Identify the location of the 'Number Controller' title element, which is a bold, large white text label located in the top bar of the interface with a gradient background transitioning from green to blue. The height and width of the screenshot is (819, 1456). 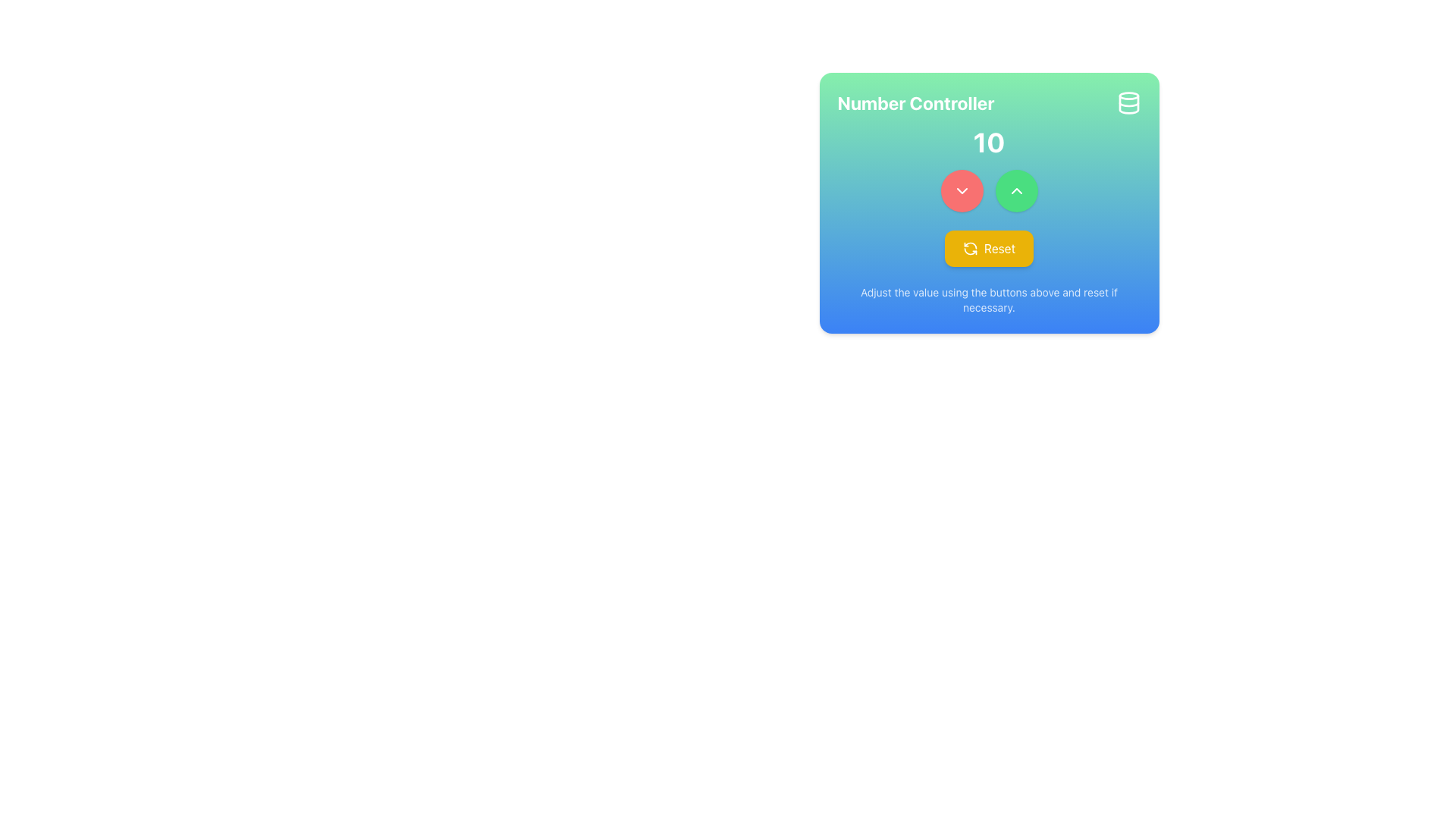
(915, 102).